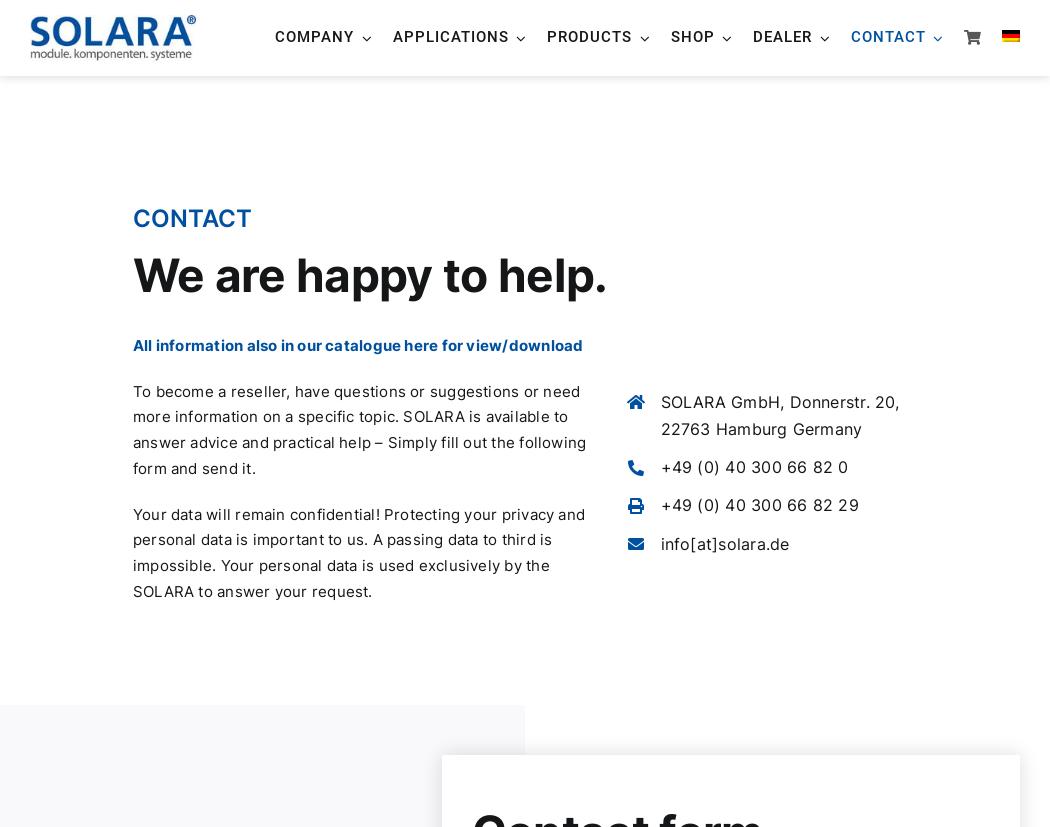 The image size is (1050, 827). What do you see at coordinates (659, 503) in the screenshot?
I see `'+49 (0) 40 300 66 82 29'` at bounding box center [659, 503].